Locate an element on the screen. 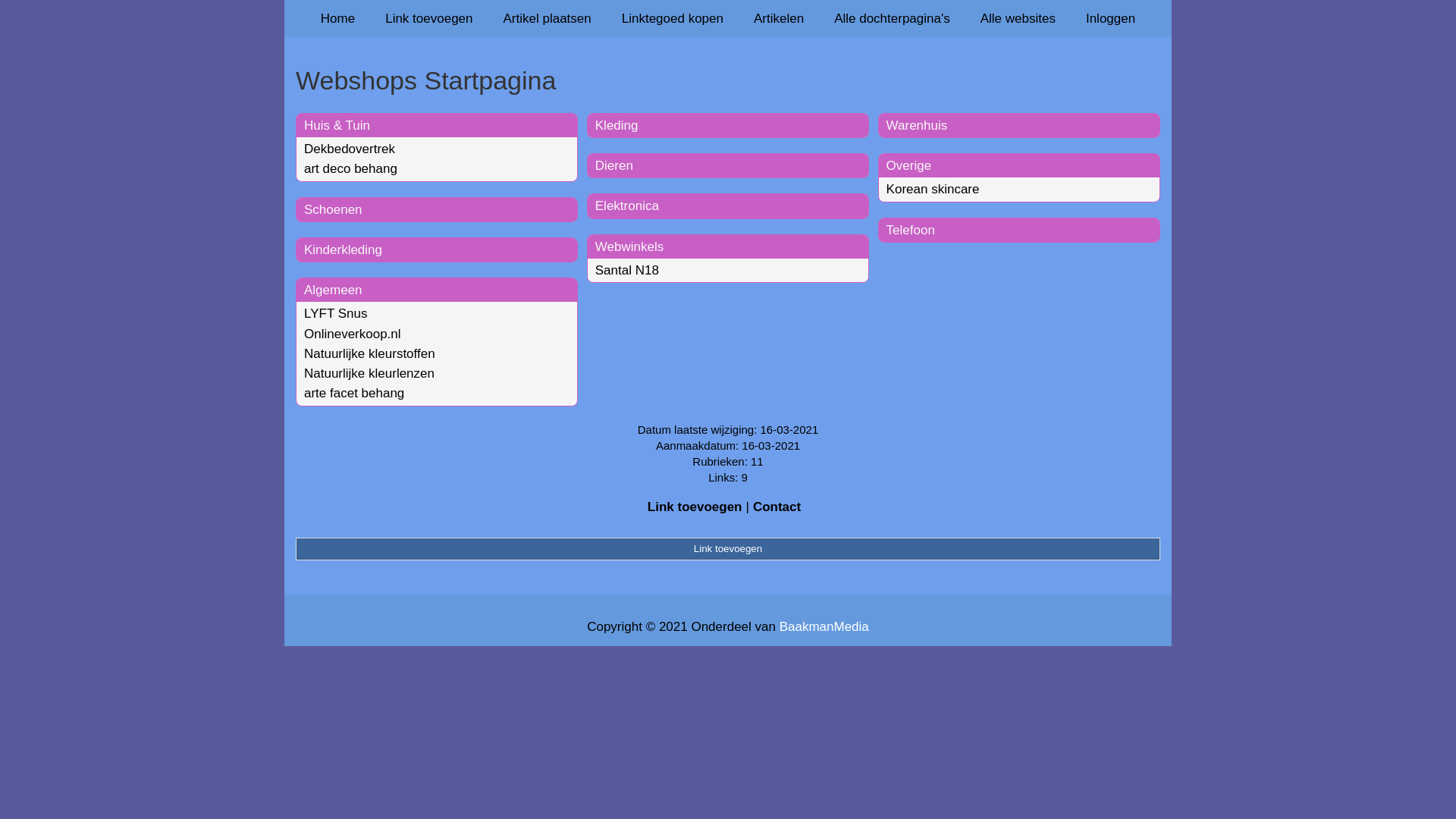 This screenshot has width=1456, height=819. 'arte facet behang' is located at coordinates (353, 392).